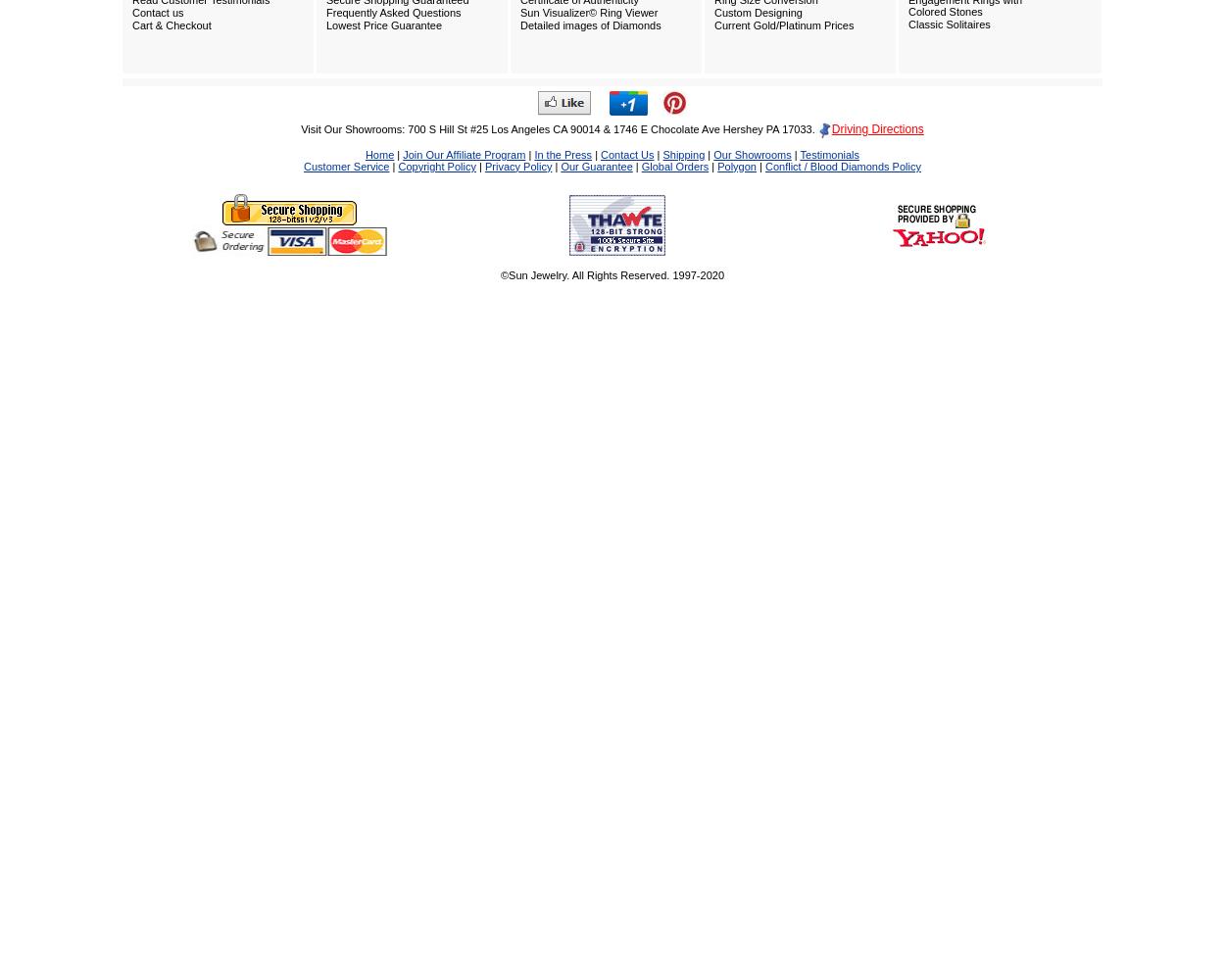  I want to click on 'Frequently Asked Questions', so click(393, 12).